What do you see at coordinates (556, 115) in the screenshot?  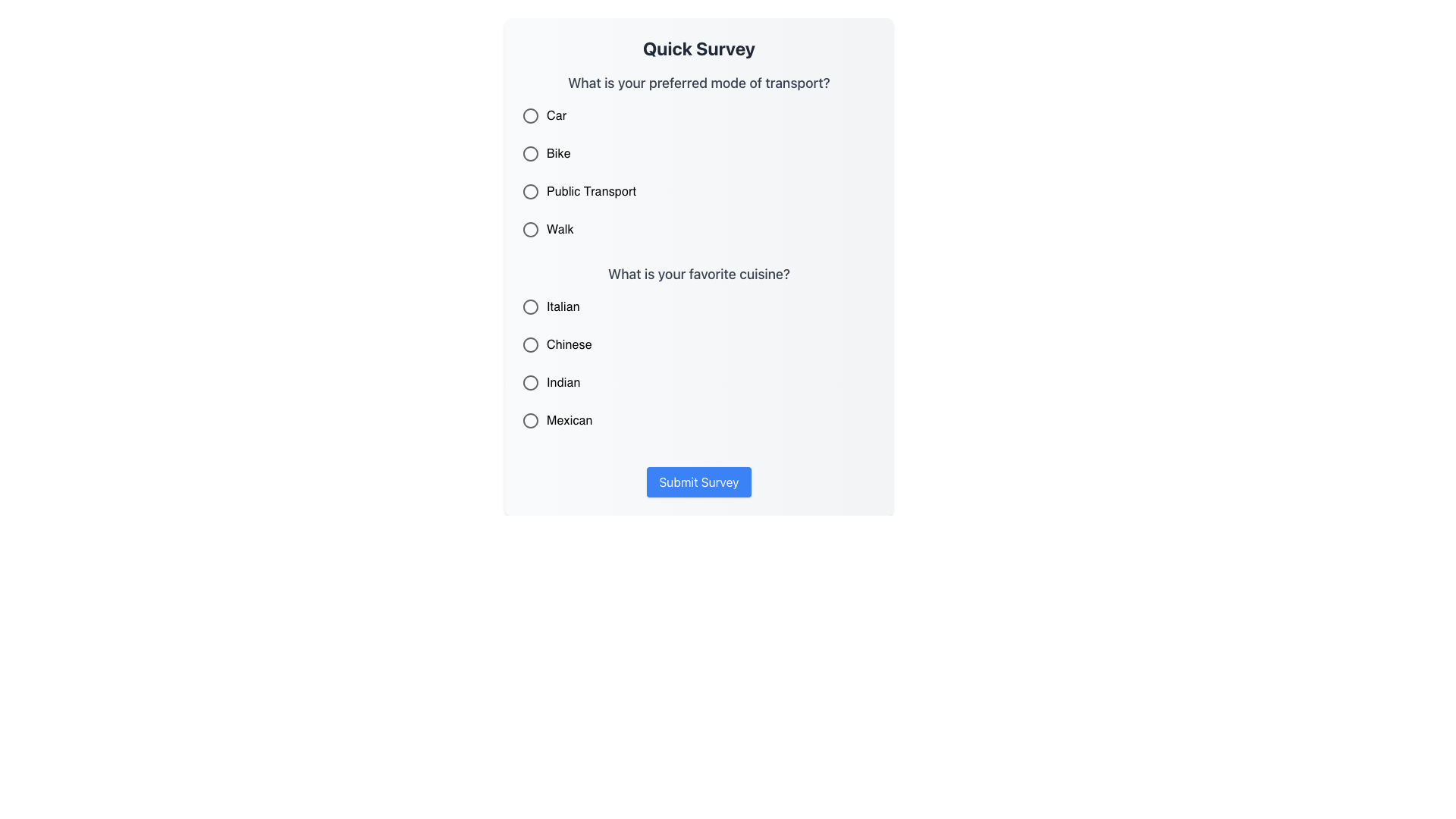 I see `the text label reading 'Car', which is styled with a standard font and is located beside a circular radio button under the question 'What is your preferred mode of transport?'` at bounding box center [556, 115].